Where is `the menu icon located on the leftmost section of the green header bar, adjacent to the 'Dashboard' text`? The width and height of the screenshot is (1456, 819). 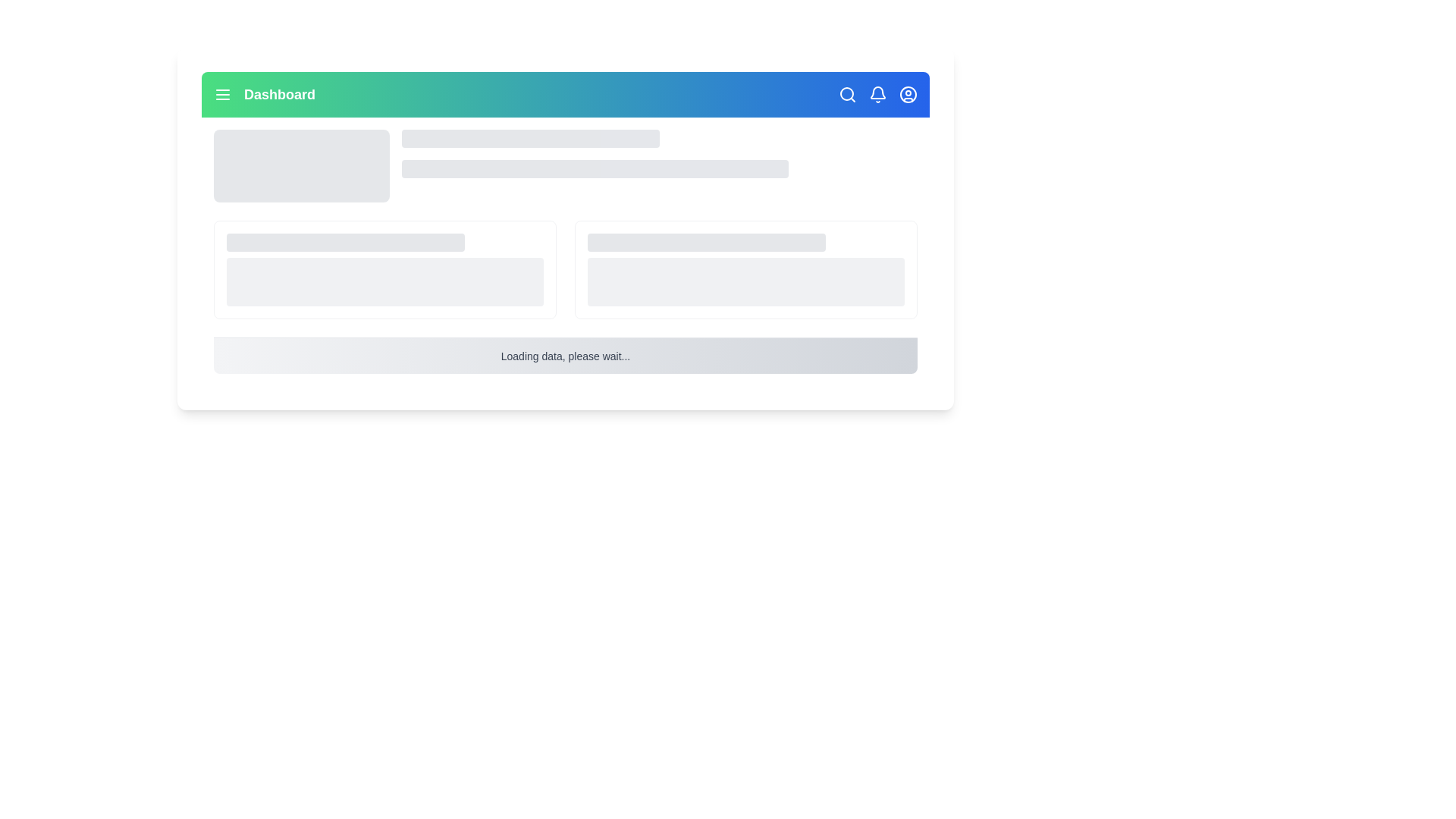 the menu icon located on the leftmost section of the green header bar, adjacent to the 'Dashboard' text is located at coordinates (221, 94).